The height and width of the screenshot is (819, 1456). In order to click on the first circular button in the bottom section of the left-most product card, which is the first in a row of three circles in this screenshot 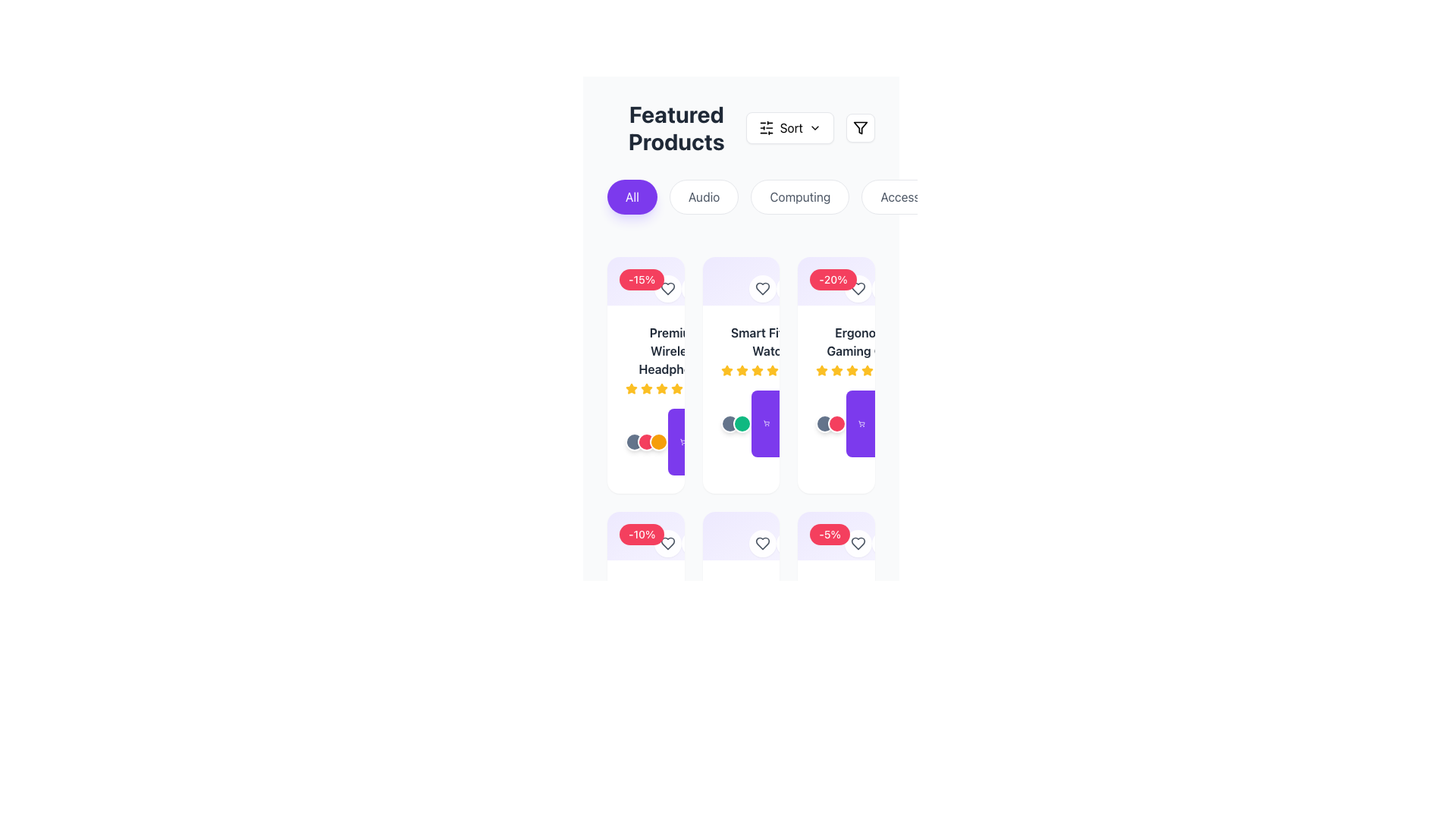, I will do `click(634, 441)`.